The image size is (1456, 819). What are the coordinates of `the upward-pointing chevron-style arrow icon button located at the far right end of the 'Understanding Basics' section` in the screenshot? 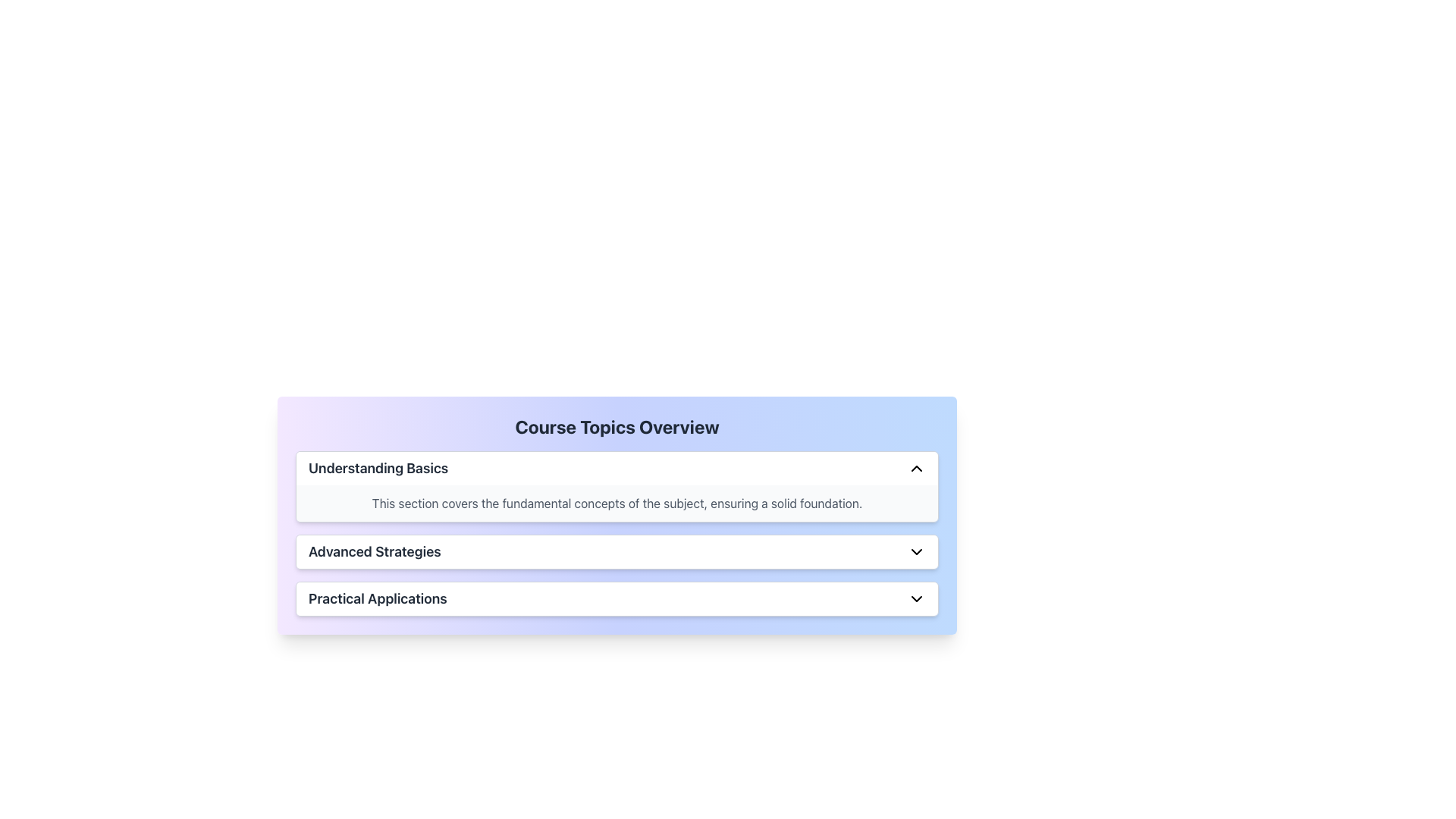 It's located at (916, 467).